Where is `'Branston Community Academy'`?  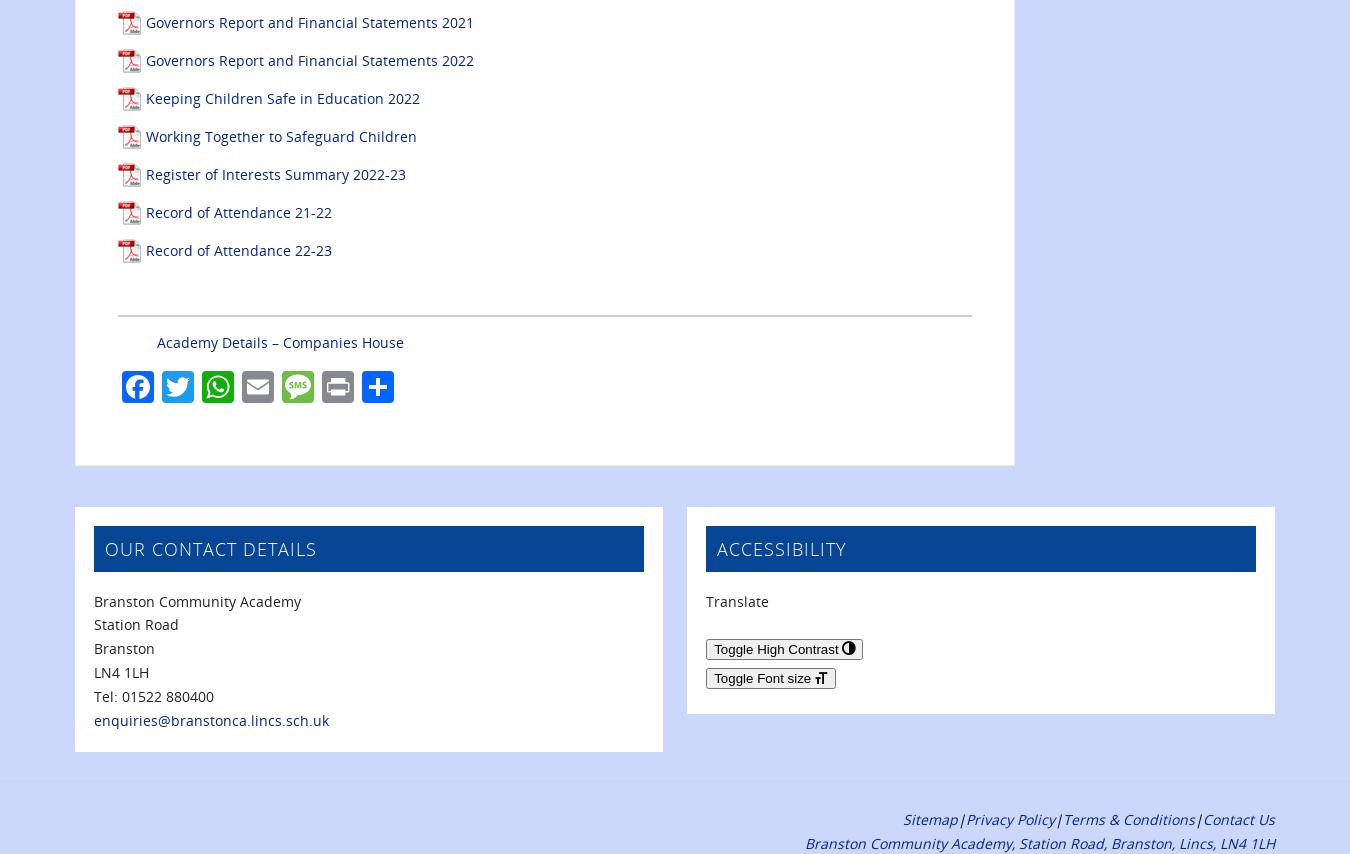 'Branston Community Academy' is located at coordinates (197, 600).